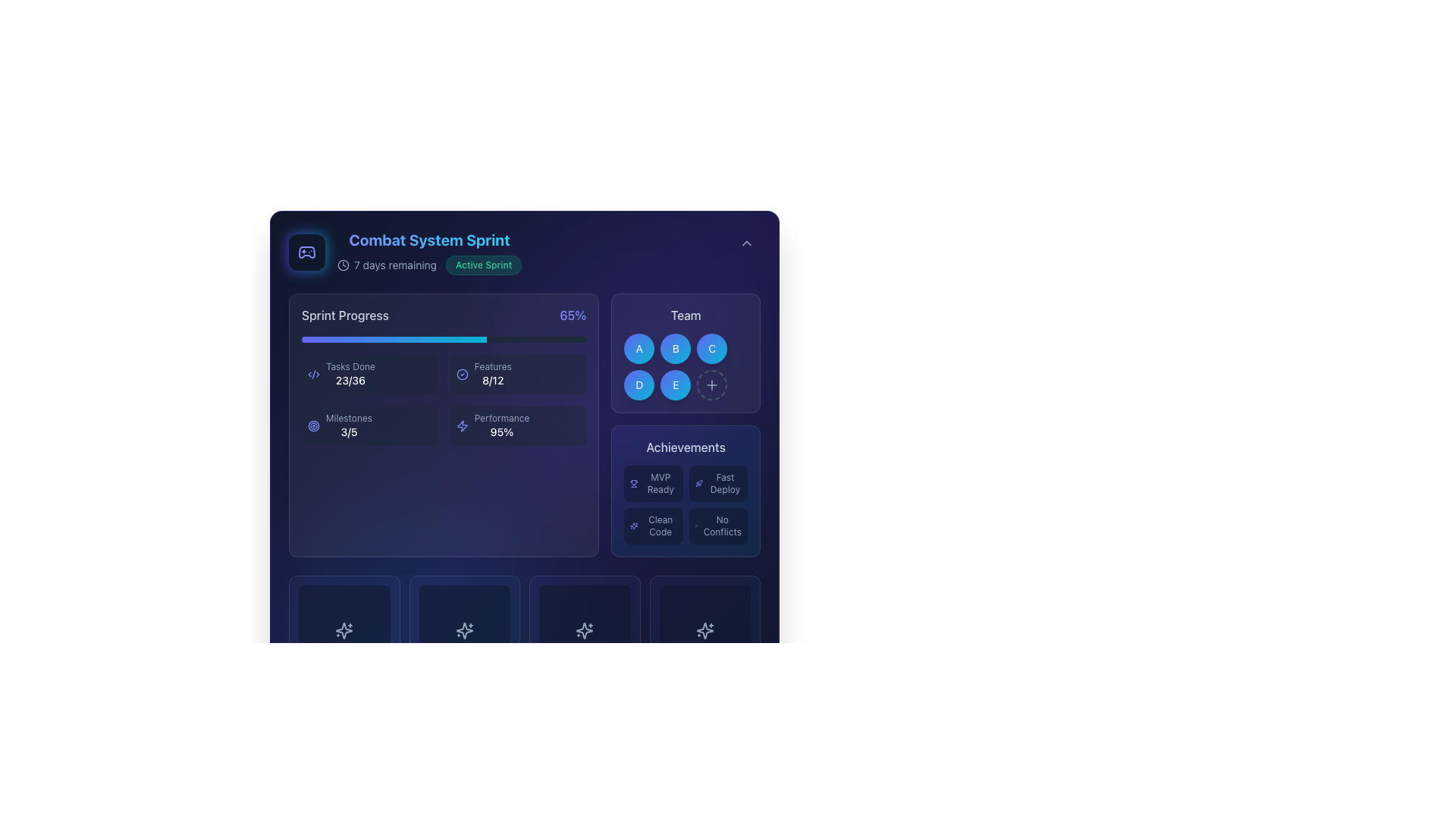 The height and width of the screenshot is (819, 1456). What do you see at coordinates (584, 631) in the screenshot?
I see `the Button located in the second row and third column of the grid layout, positioned below the 'Achievements' section` at bounding box center [584, 631].